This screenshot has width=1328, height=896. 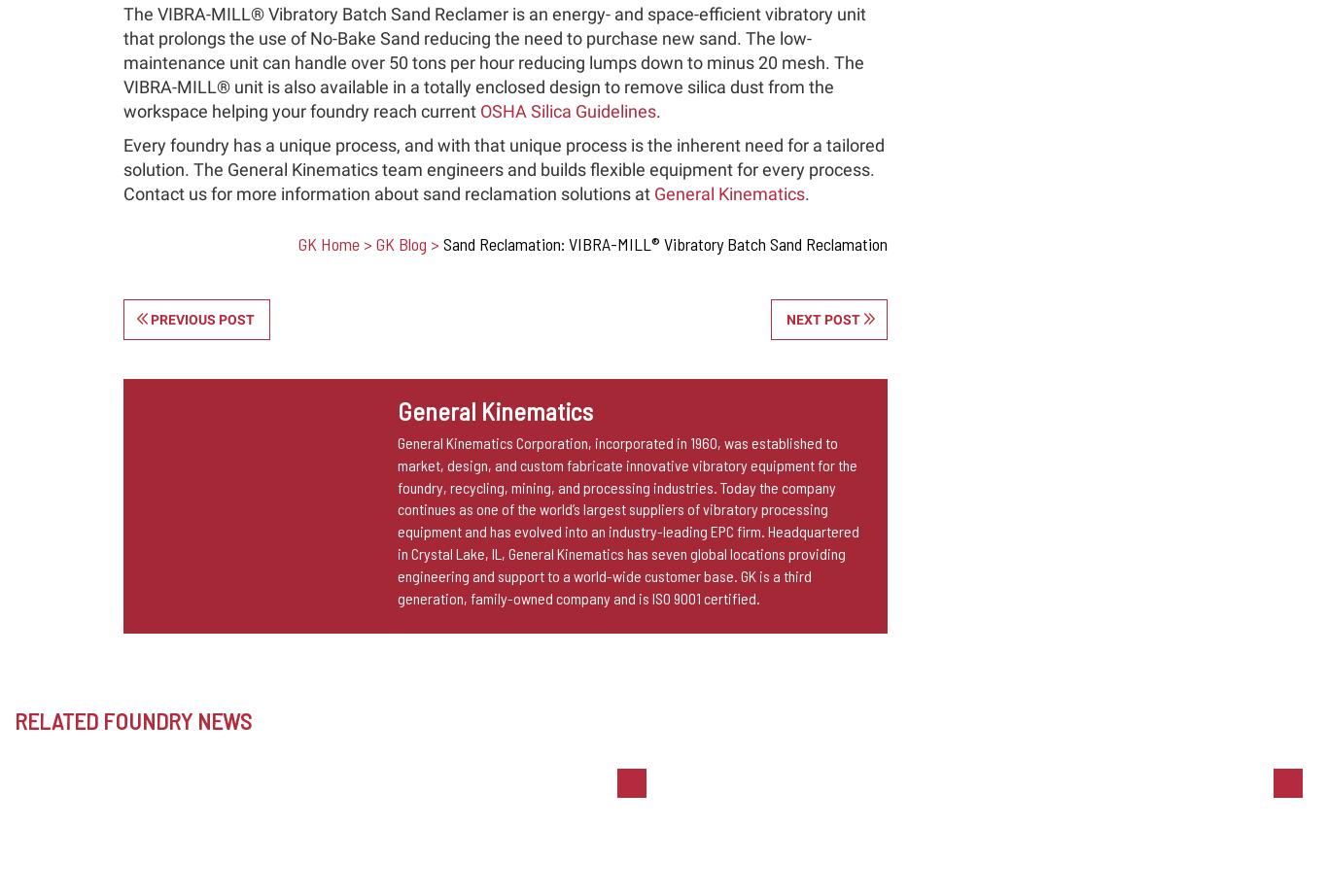 I want to click on 'Sand Reclamation: VIBRA-MILL® Vibratory Batch Sand Reclamation', so click(x=441, y=242).